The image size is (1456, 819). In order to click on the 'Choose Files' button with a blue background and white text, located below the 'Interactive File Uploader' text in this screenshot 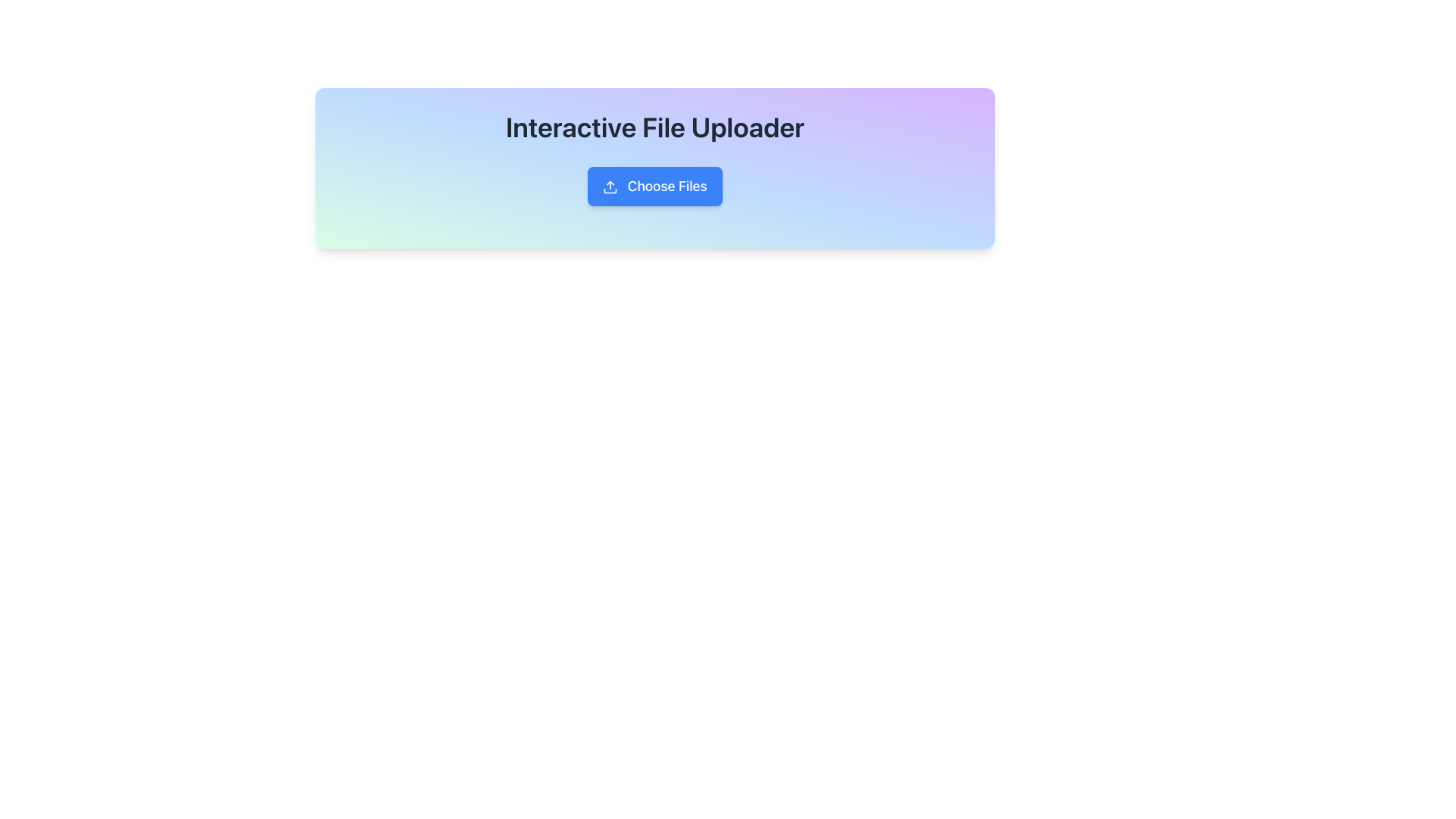, I will do `click(655, 186)`.